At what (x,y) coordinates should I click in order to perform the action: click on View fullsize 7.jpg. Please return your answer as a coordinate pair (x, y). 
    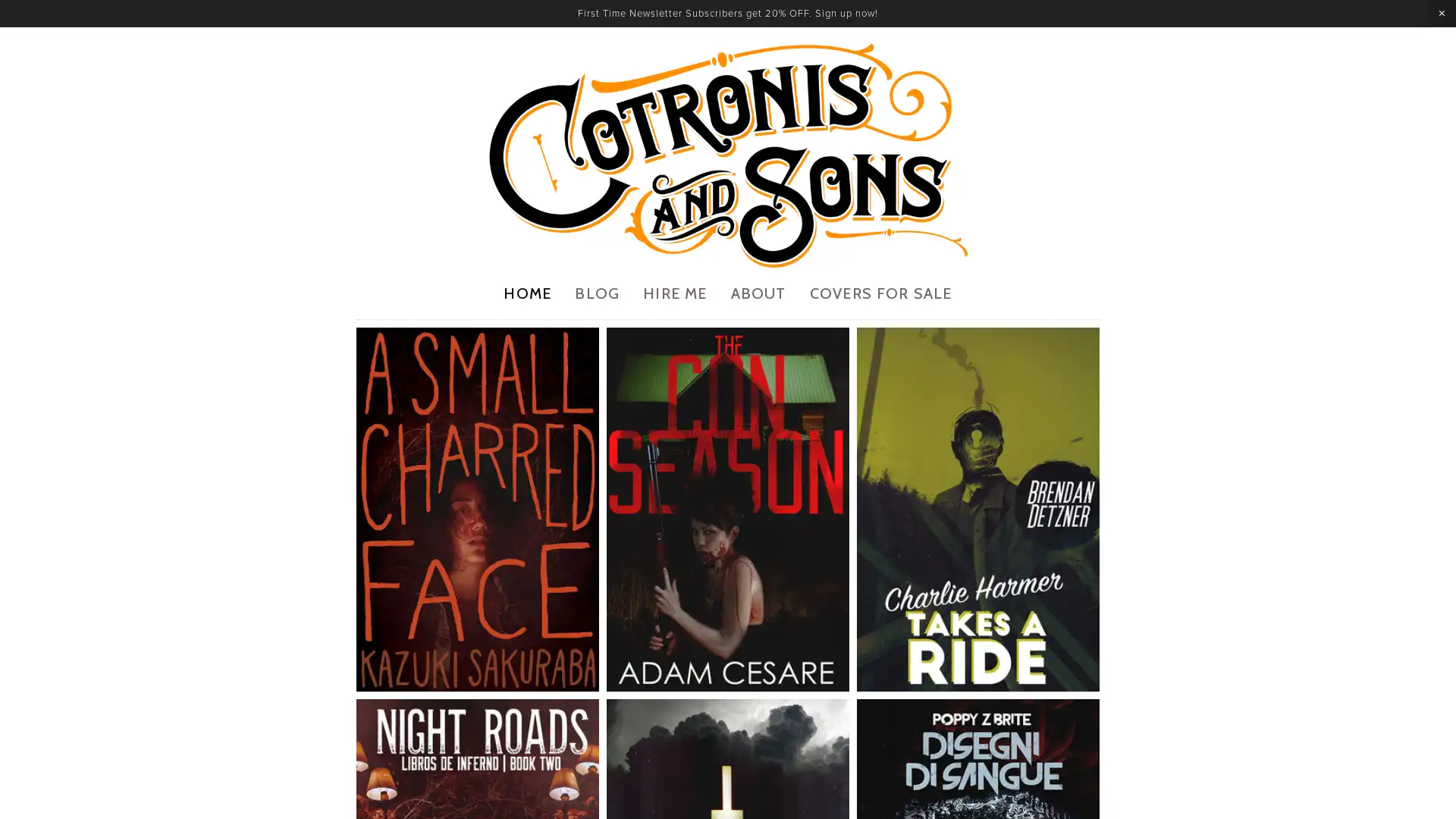
    Looking at the image, I should click on (978, 509).